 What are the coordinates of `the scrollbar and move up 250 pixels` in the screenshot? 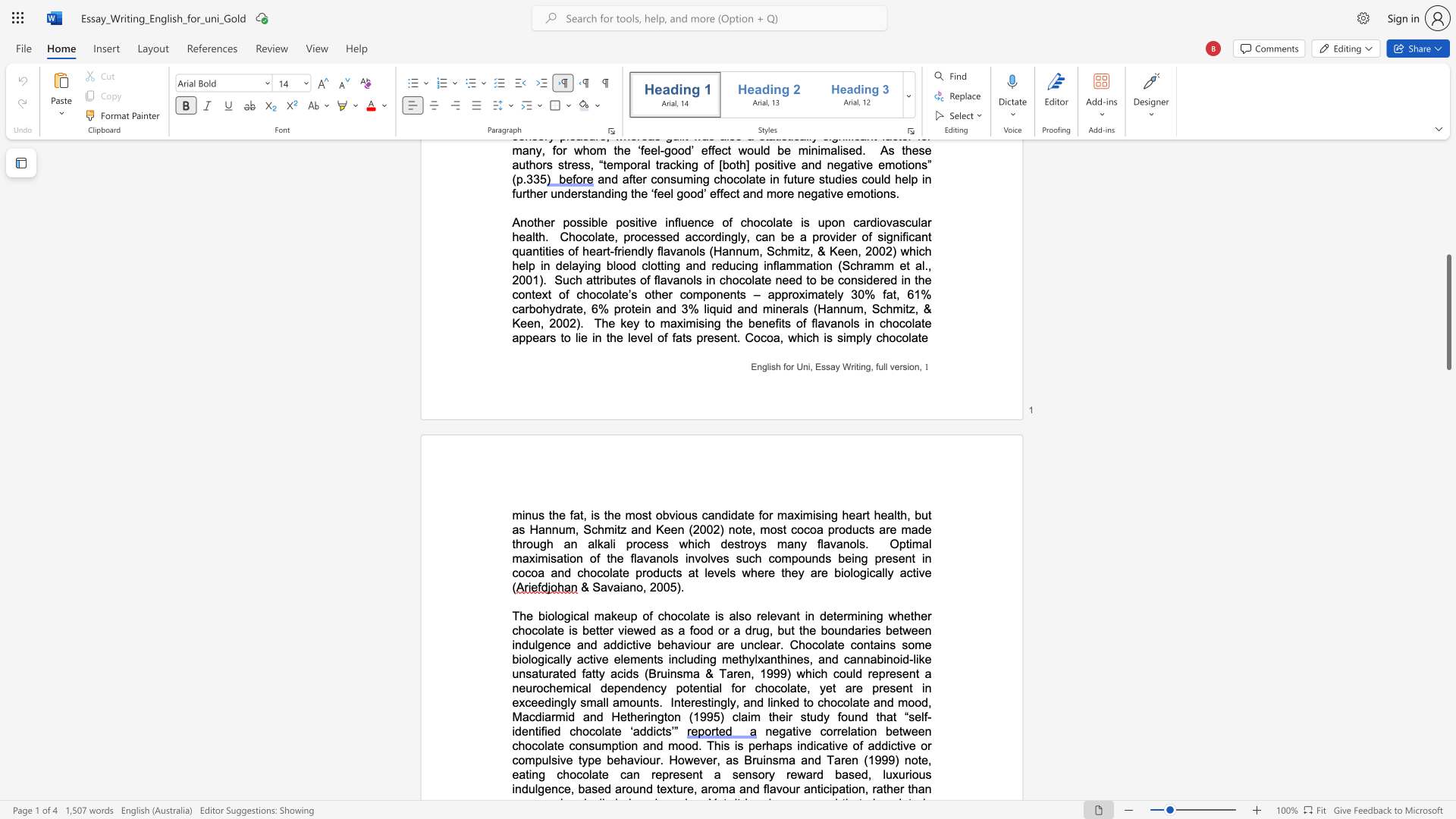 It's located at (1448, 312).